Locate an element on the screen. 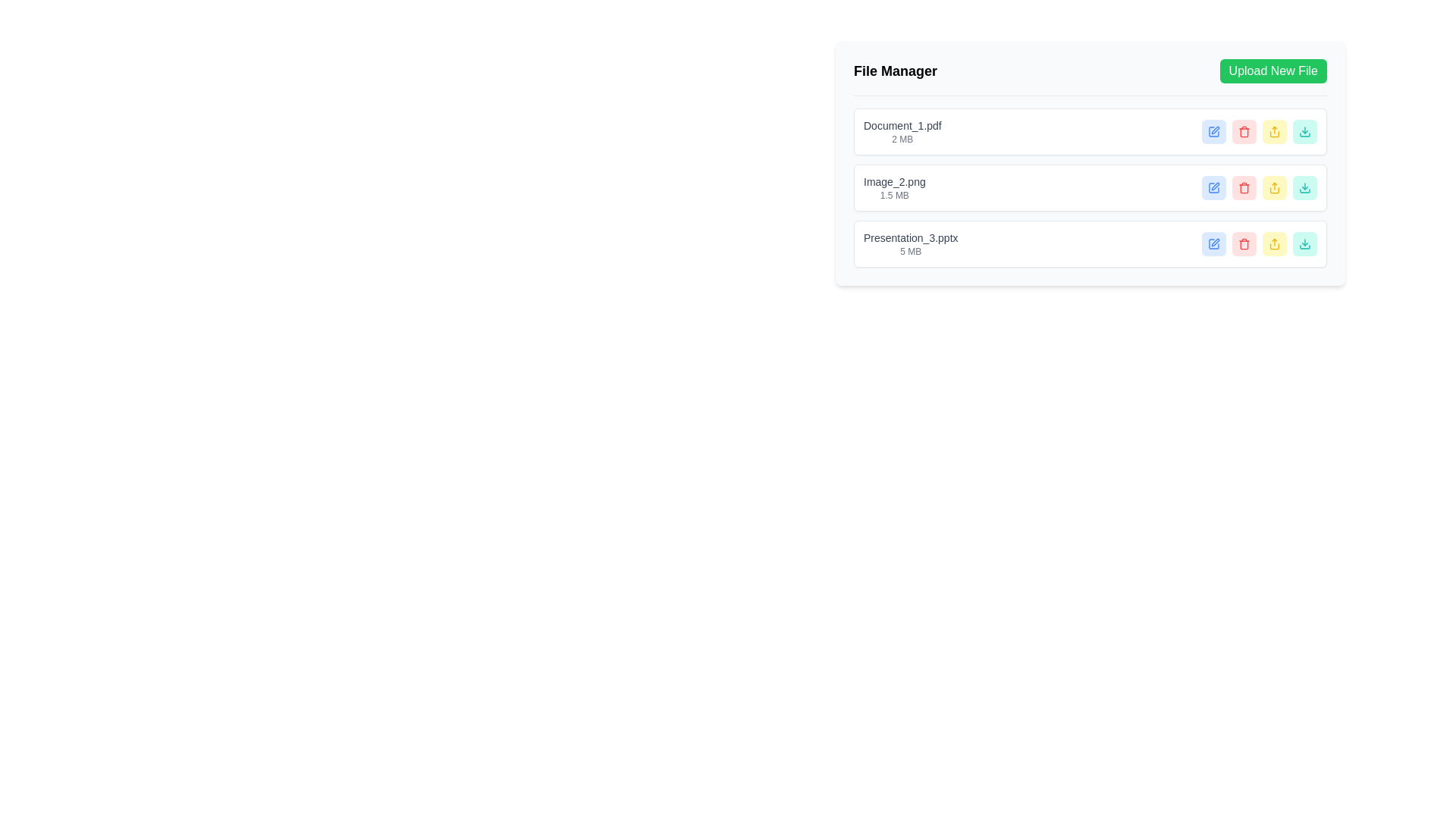 This screenshot has height=819, width=1456. the red trash-bin-shaped icon button located in the second column of action buttons from the right, which is the third button in the horizontal group of four, to initiate a delete action is located at coordinates (1244, 187).